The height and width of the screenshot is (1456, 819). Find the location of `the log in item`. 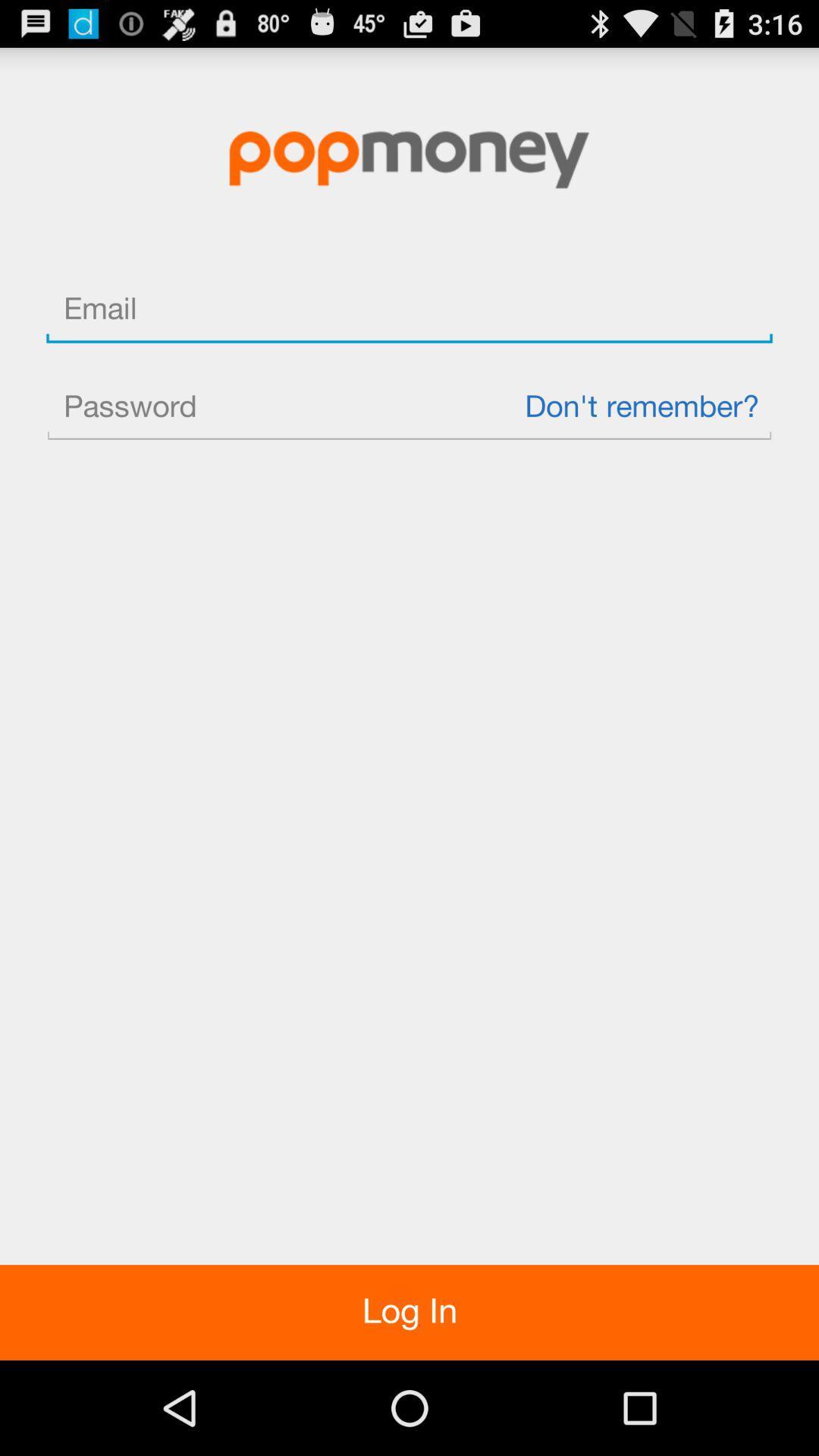

the log in item is located at coordinates (409, 1312).